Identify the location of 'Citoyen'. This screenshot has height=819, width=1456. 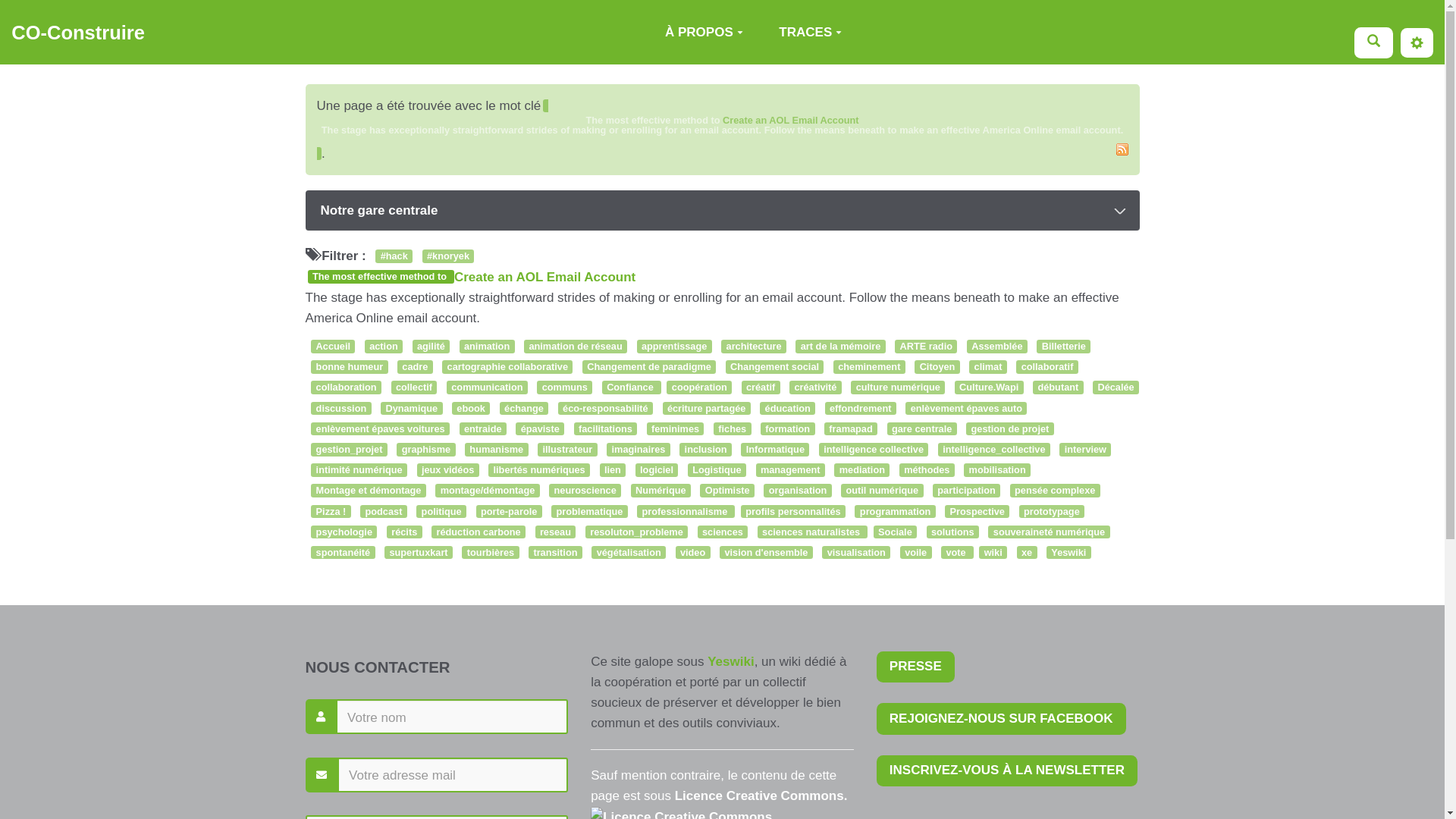
(913, 366).